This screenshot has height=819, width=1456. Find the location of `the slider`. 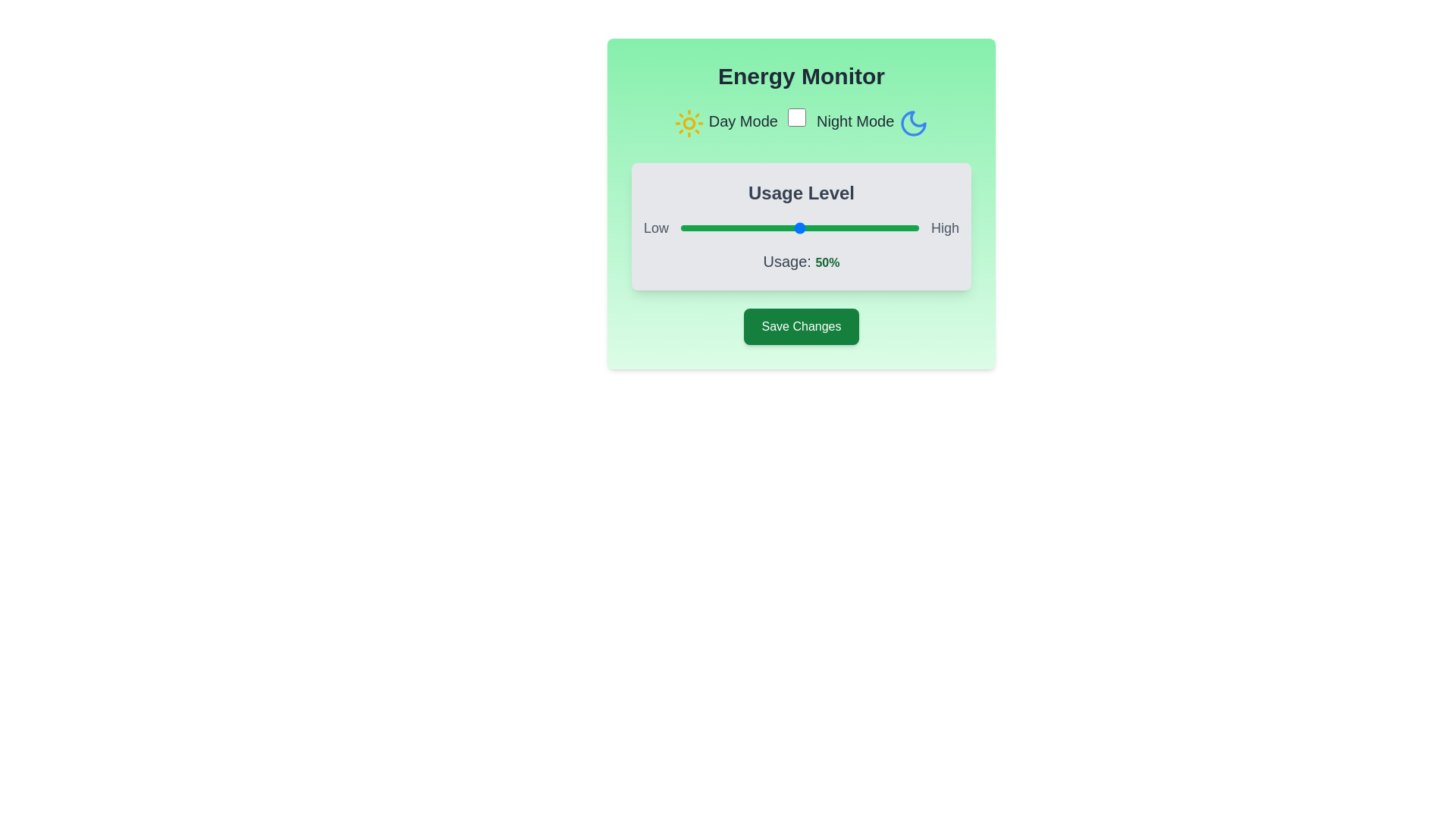

the slider is located at coordinates (783, 227).